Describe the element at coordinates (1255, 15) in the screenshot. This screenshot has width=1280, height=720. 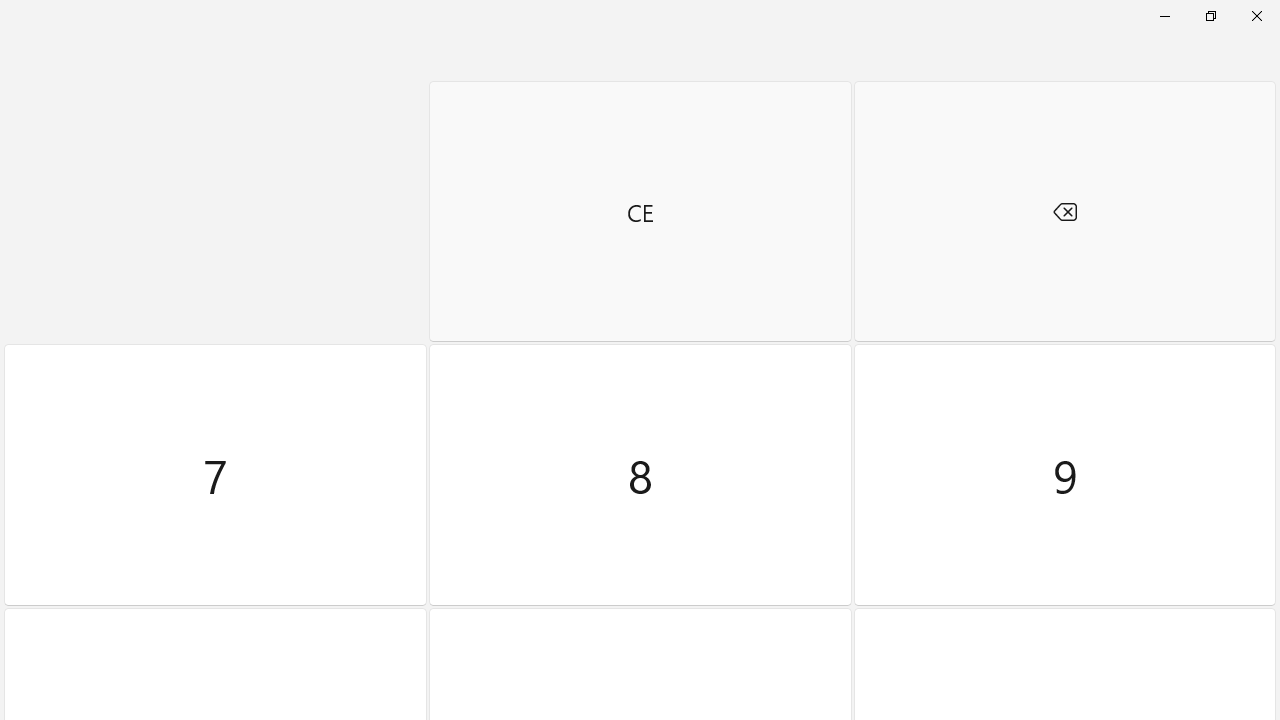
I see `'Close Calculator'` at that location.